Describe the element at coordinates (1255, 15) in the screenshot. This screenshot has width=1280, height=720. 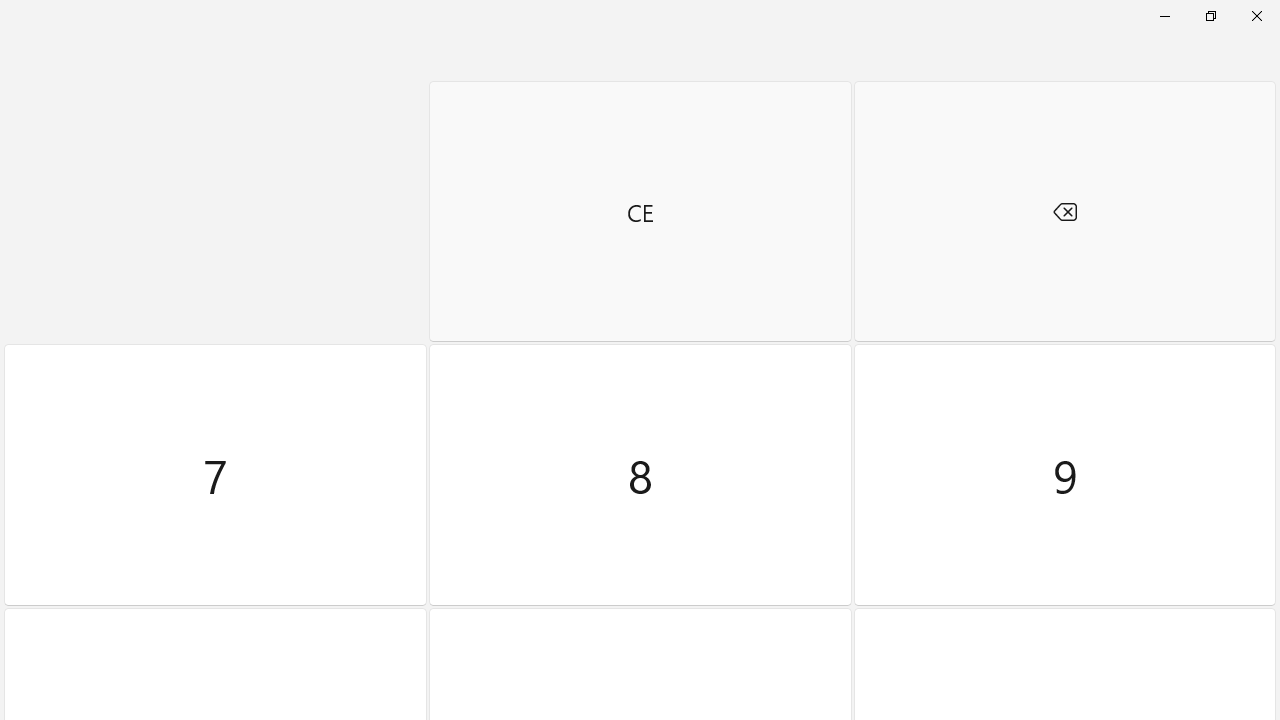
I see `'Close Calculator'` at that location.